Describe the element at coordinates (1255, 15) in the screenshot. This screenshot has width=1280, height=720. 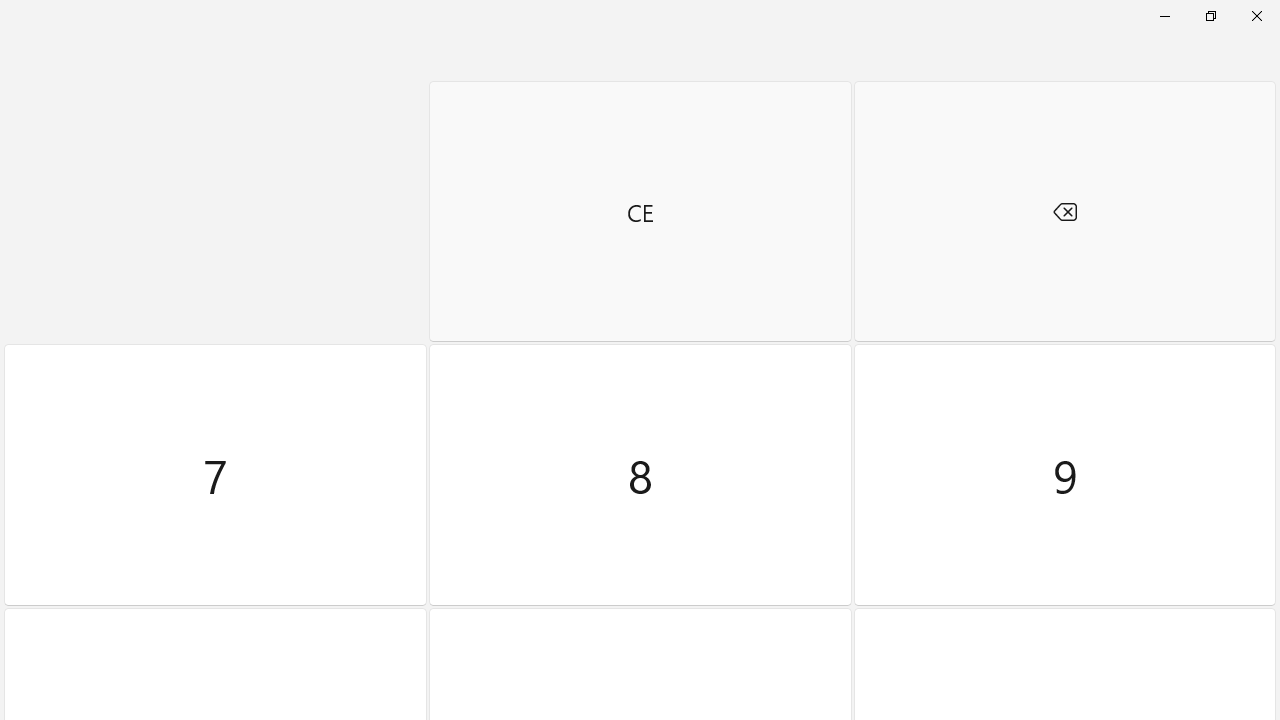
I see `'Close Calculator'` at that location.